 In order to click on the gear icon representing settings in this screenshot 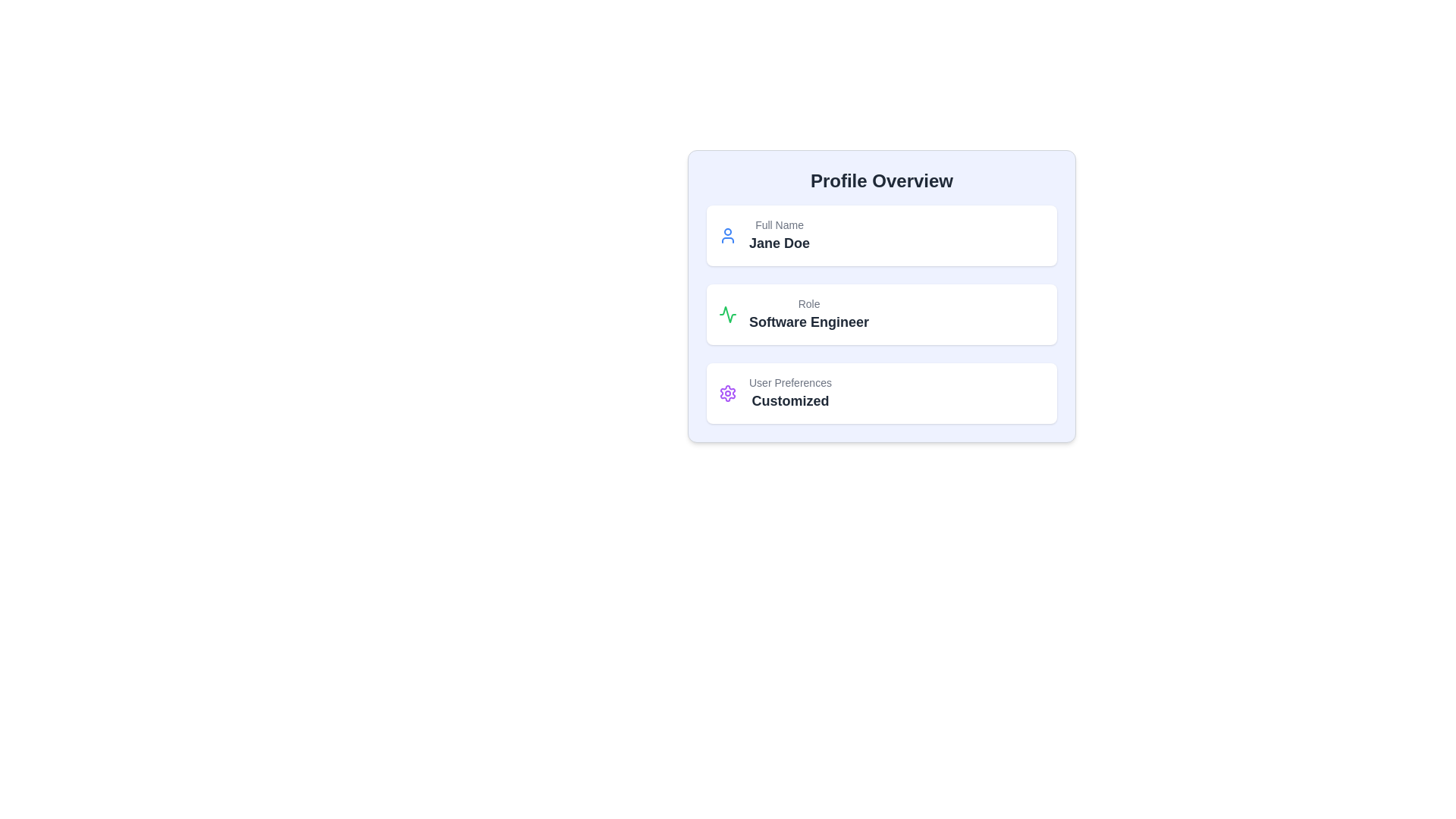, I will do `click(728, 393)`.